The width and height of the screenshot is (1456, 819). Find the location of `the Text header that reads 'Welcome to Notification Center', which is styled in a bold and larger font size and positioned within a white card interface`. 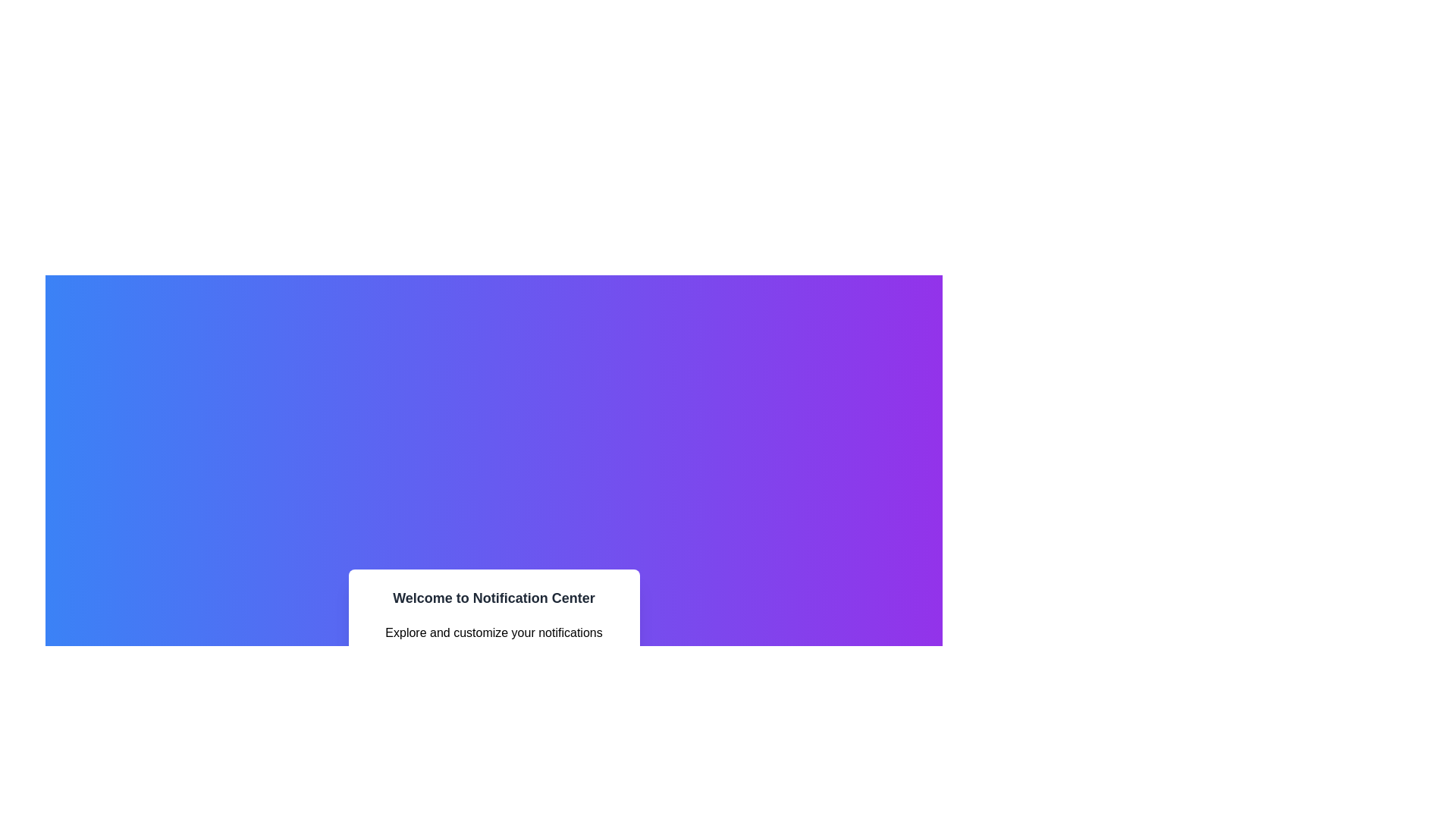

the Text header that reads 'Welcome to Notification Center', which is styled in a bold and larger font size and positioned within a white card interface is located at coordinates (494, 598).